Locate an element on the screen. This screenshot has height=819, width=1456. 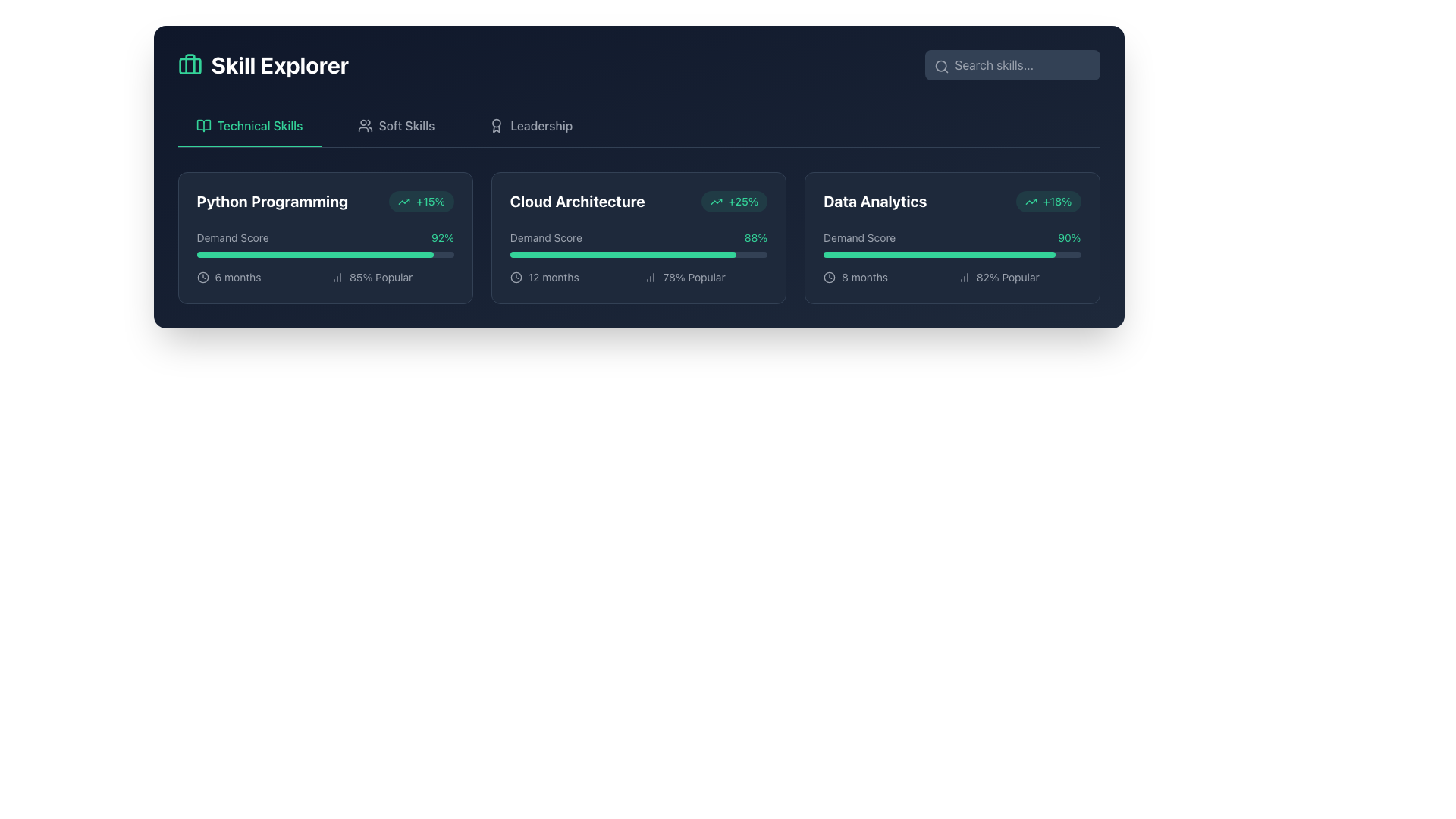
the text label displaying '12 months' with an adjacent clock icon, located below the 'Cloud Architecture' section and to the left of the '78% Popular' indicator is located at coordinates (570, 278).